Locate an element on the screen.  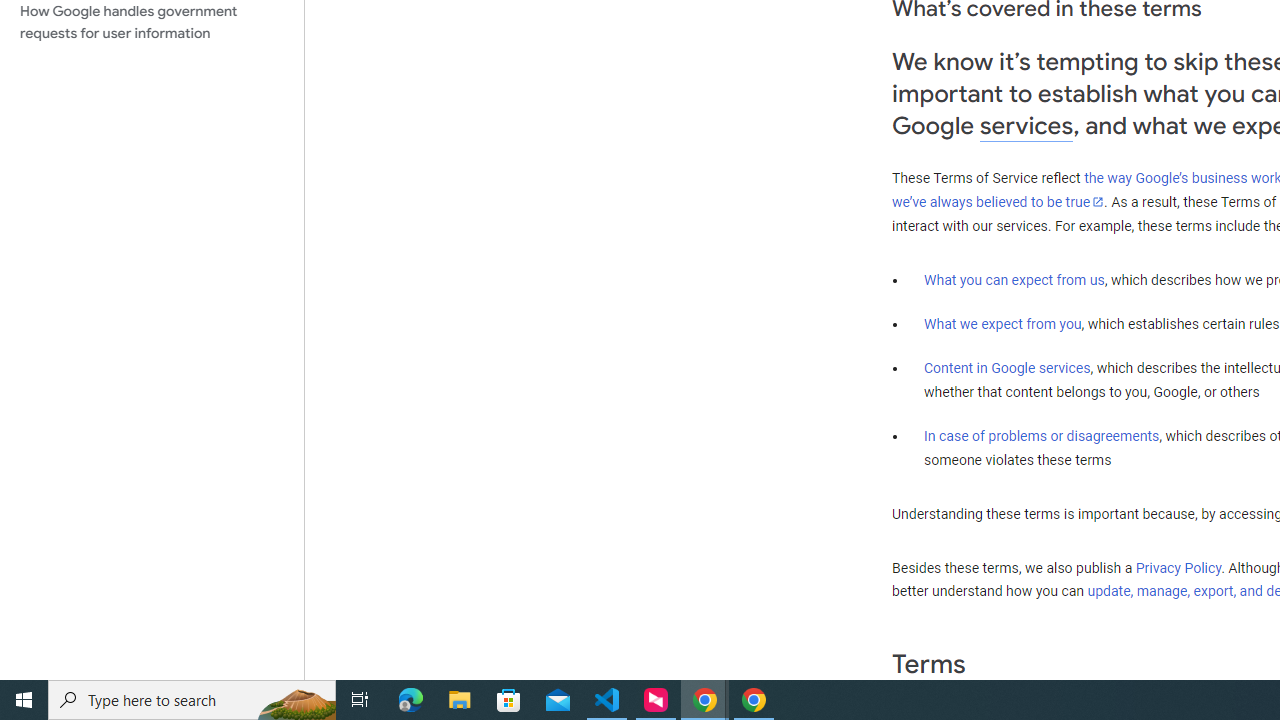
'In case of problems or disagreements' is located at coordinates (1040, 434).